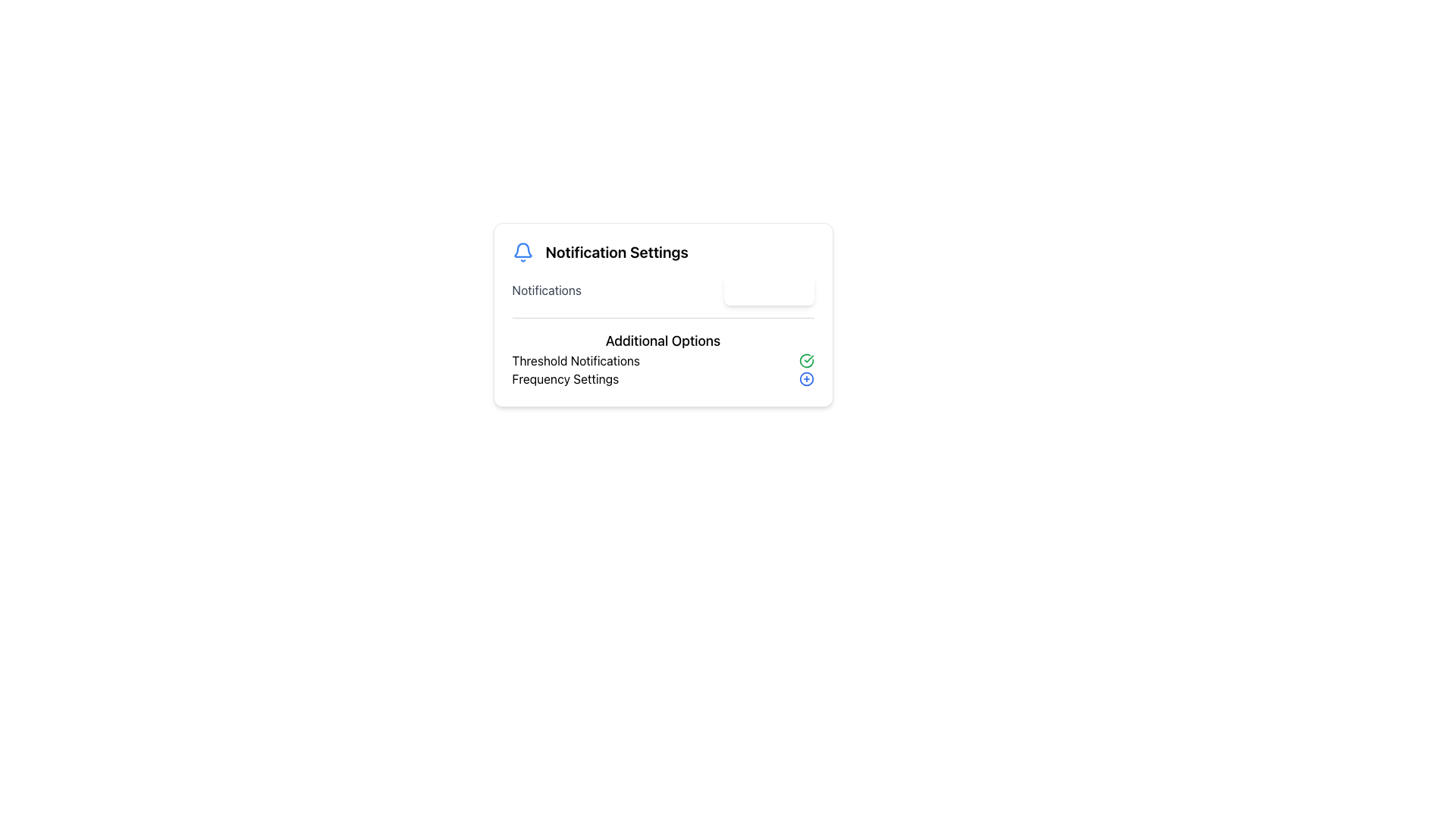 The height and width of the screenshot is (819, 1456). What do you see at coordinates (546, 290) in the screenshot?
I see `the Text Label that indicates the section for notifications, which is located to the far left among its sibling elements` at bounding box center [546, 290].